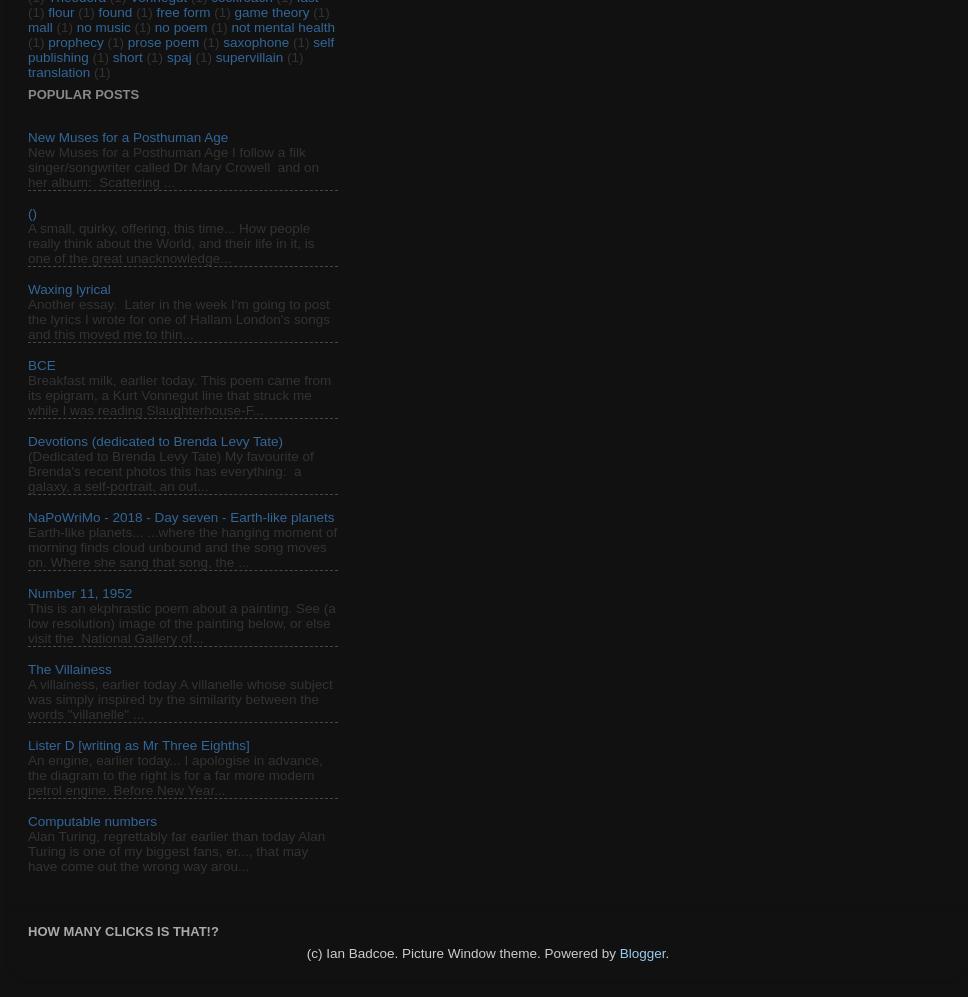 The width and height of the screenshot is (968, 997). Describe the element at coordinates (181, 622) in the screenshot. I see `'This is an ekphrastic  poem about a painting.    See (a low resolution) image of the painting below, or else visit the  National Gallery of...'` at that location.